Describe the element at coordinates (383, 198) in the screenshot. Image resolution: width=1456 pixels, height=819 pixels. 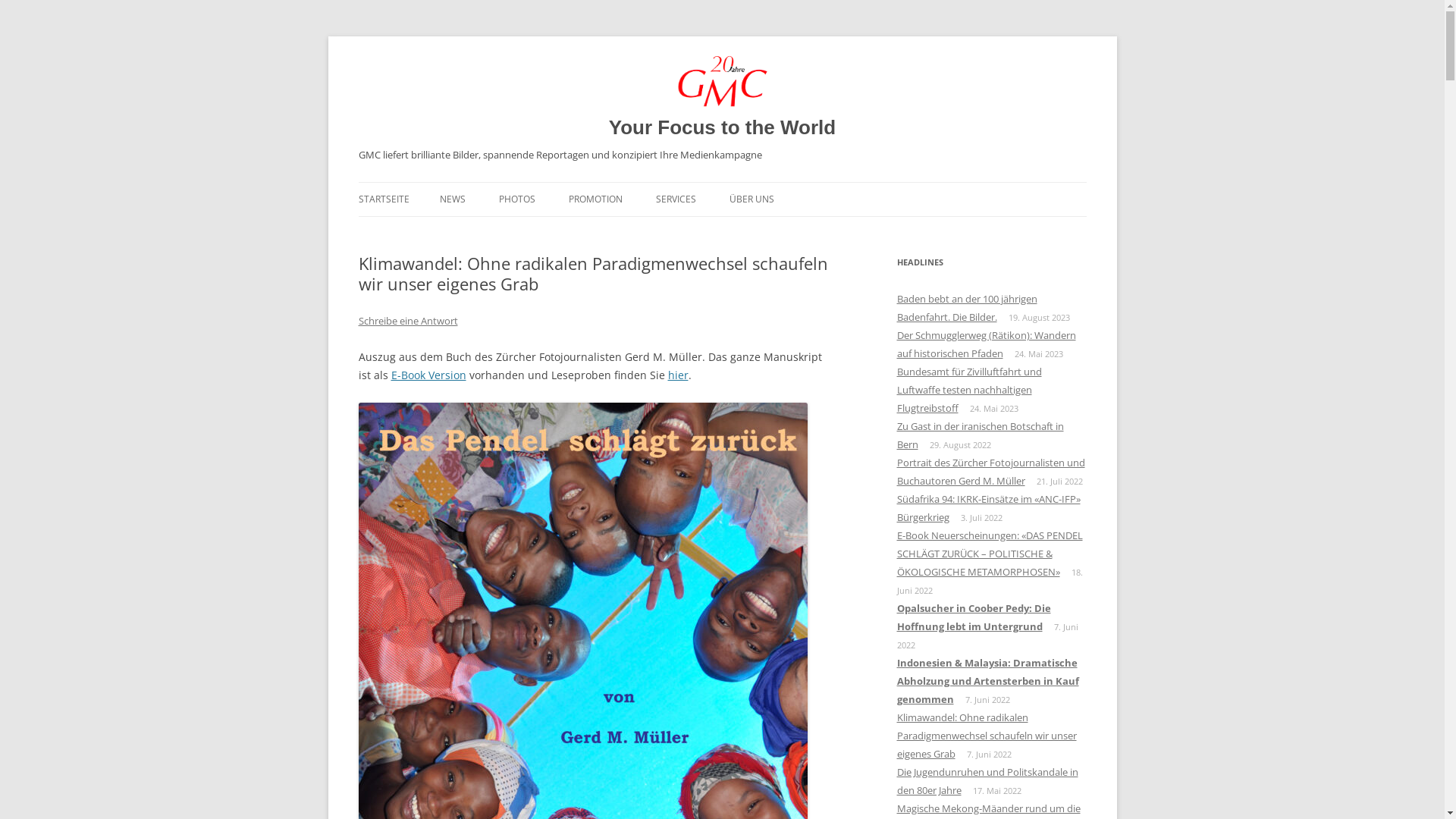
I see `'STARTSEITE'` at that location.